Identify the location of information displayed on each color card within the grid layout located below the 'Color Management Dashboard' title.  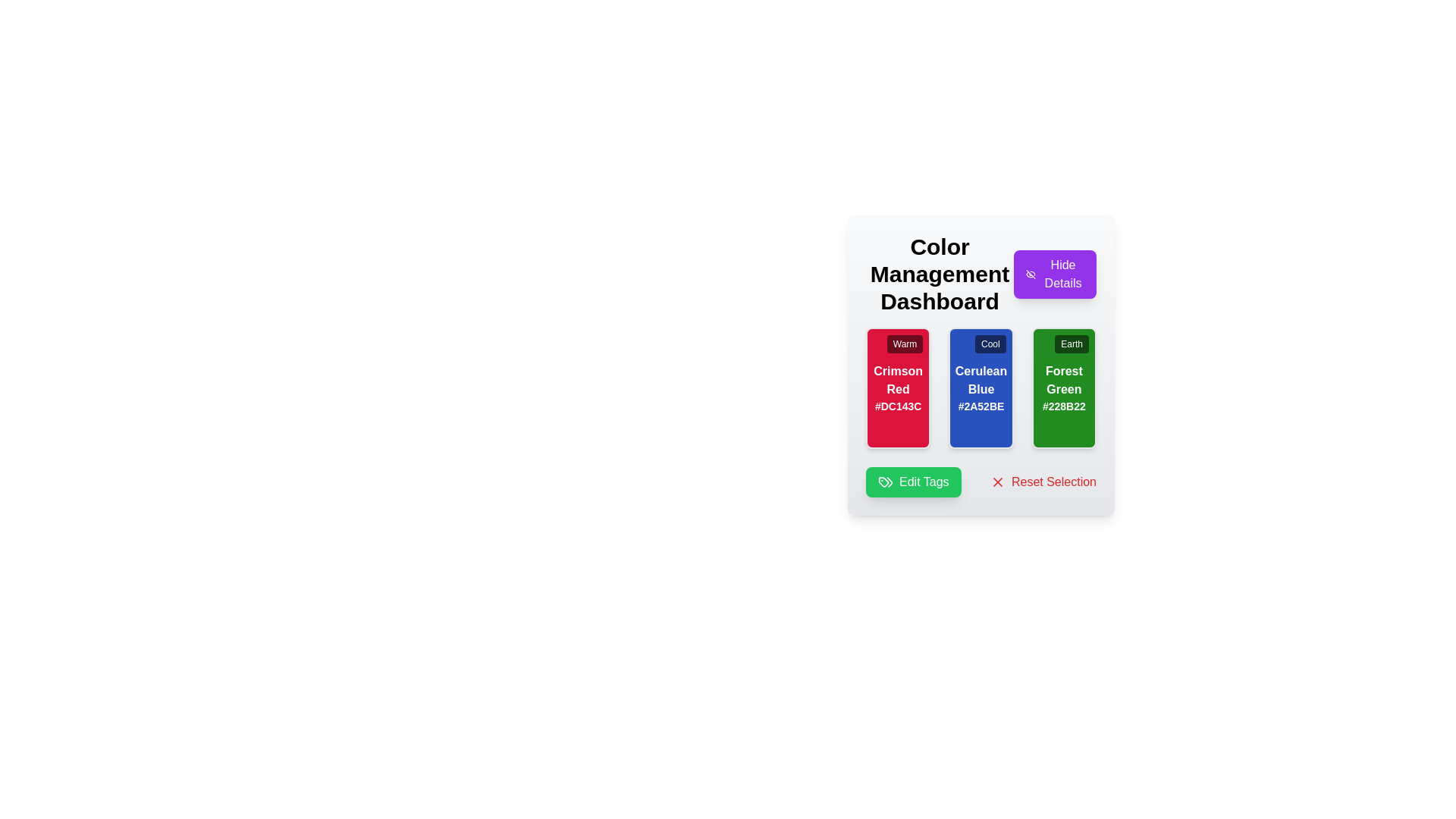
(981, 388).